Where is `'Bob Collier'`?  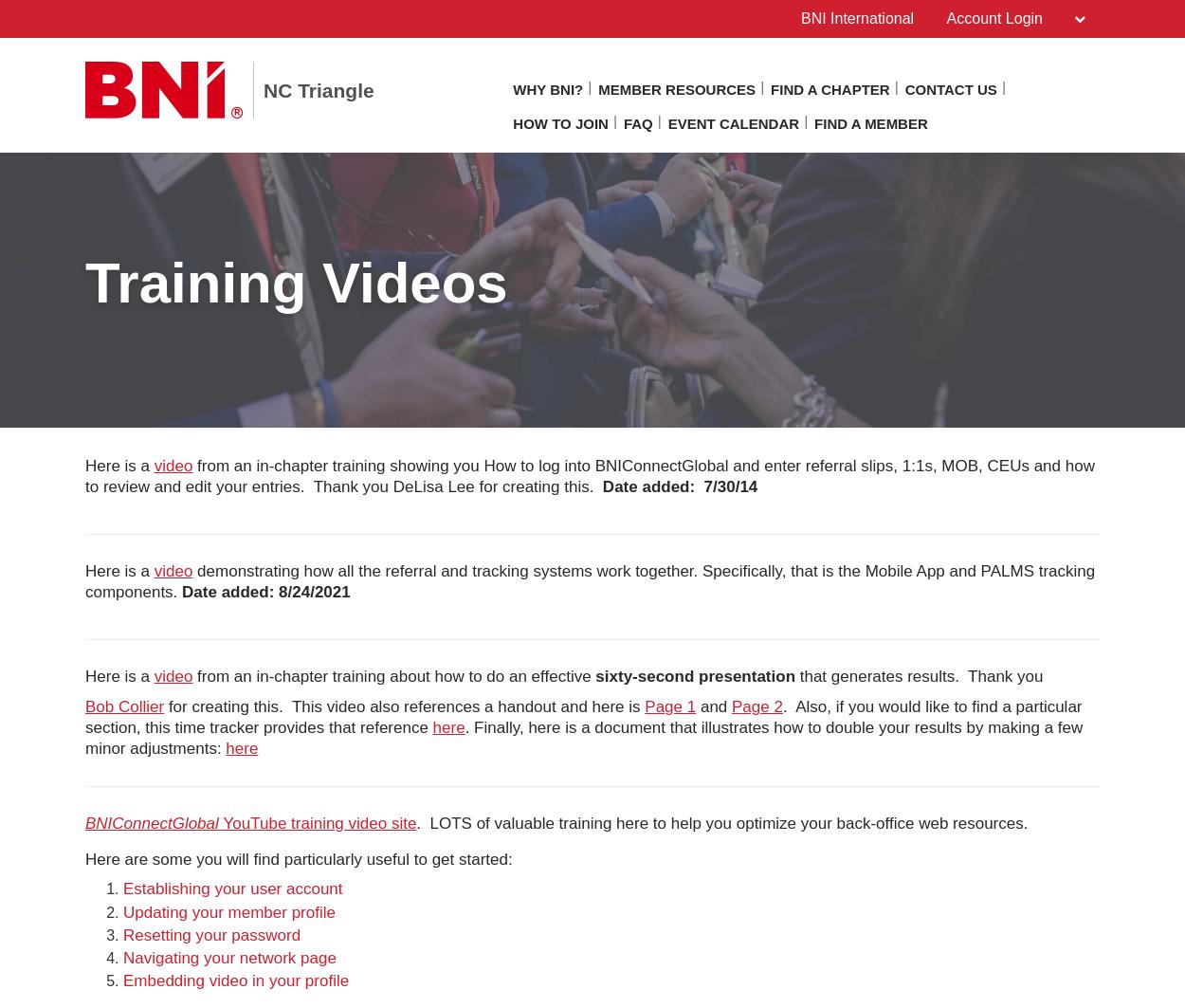
'Bob Collier' is located at coordinates (124, 706).